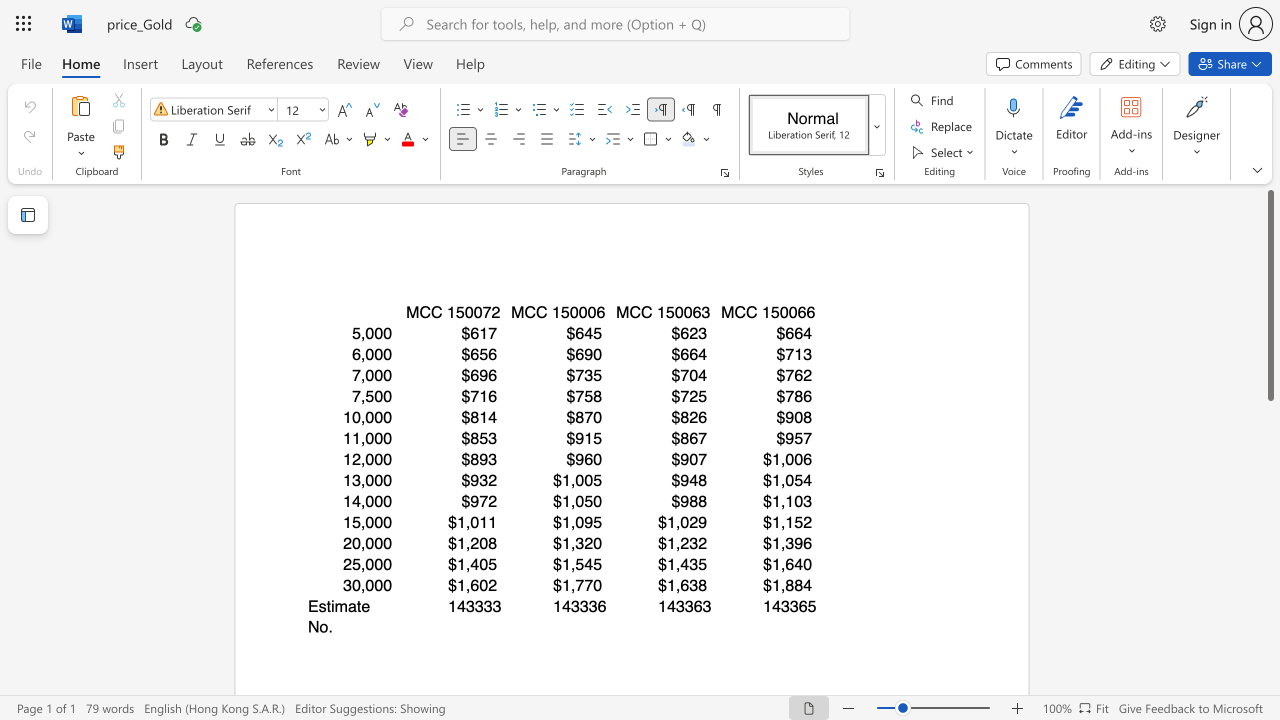  Describe the element at coordinates (1269, 570) in the screenshot. I see `the scrollbar on the right to shift the page lower` at that location.